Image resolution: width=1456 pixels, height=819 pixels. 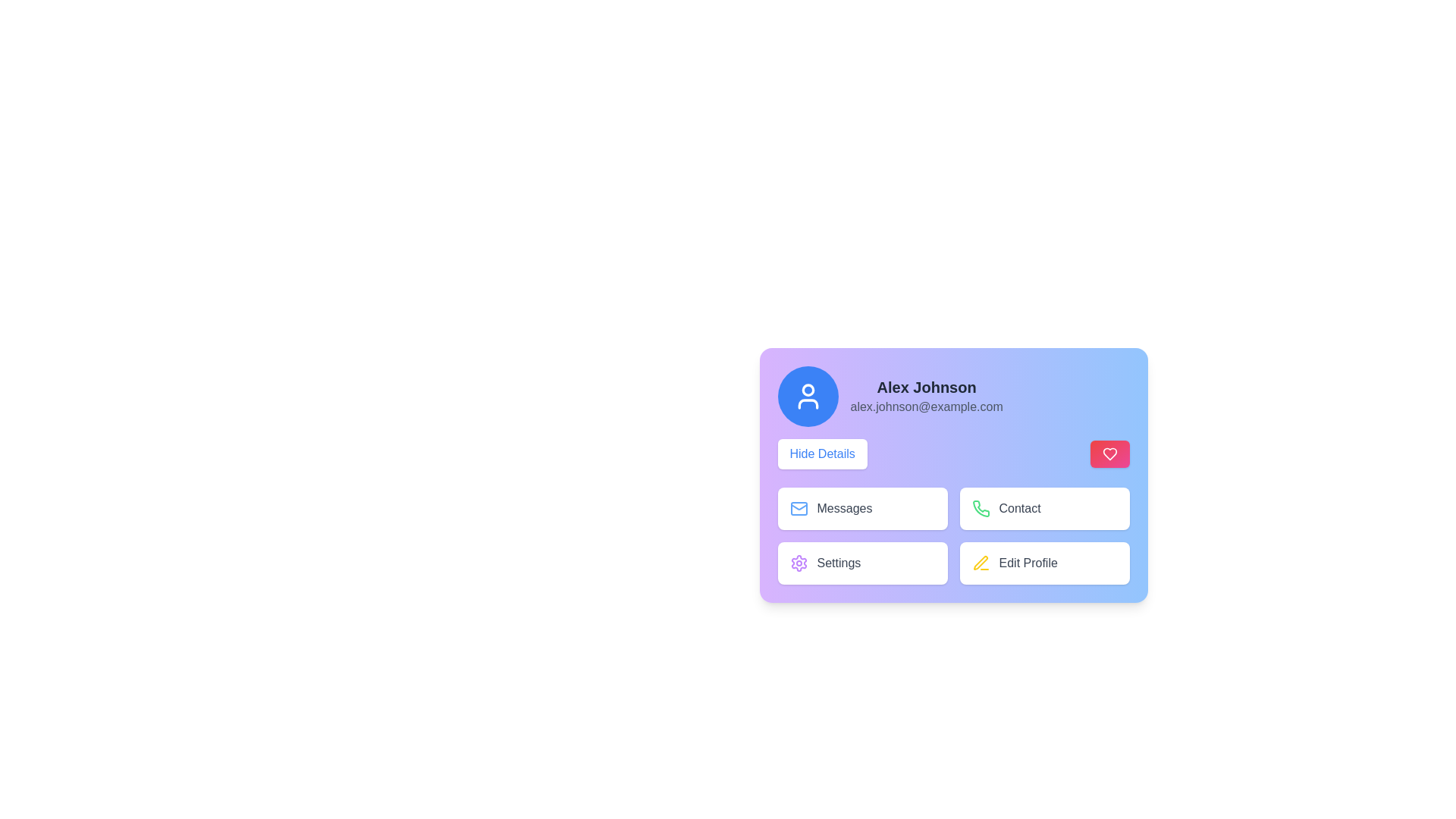 What do you see at coordinates (798, 563) in the screenshot?
I see `the cogwheel icon located within the settings card` at bounding box center [798, 563].